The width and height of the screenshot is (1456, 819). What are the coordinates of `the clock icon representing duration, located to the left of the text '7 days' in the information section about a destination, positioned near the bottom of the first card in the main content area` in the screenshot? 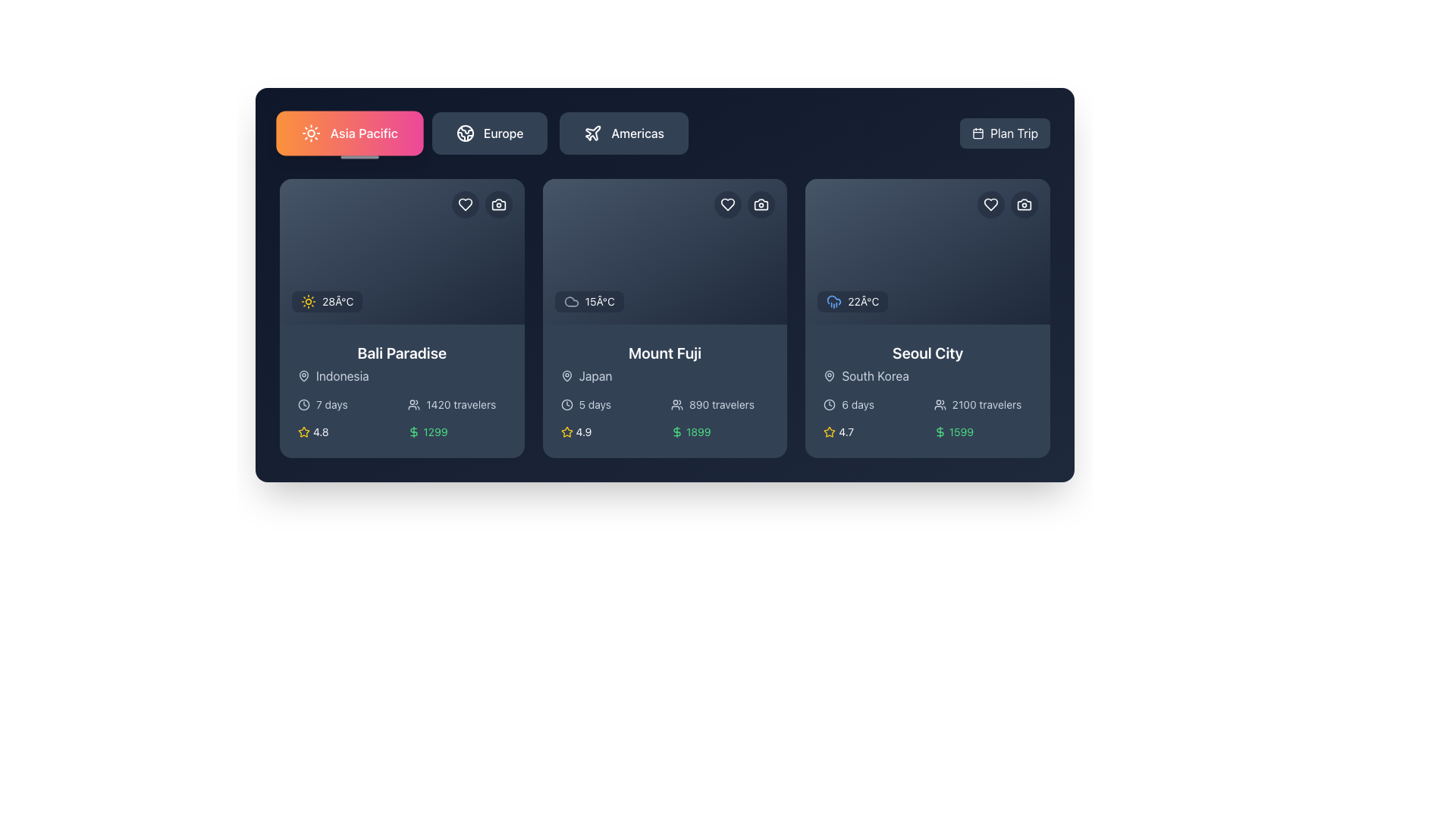 It's located at (303, 403).